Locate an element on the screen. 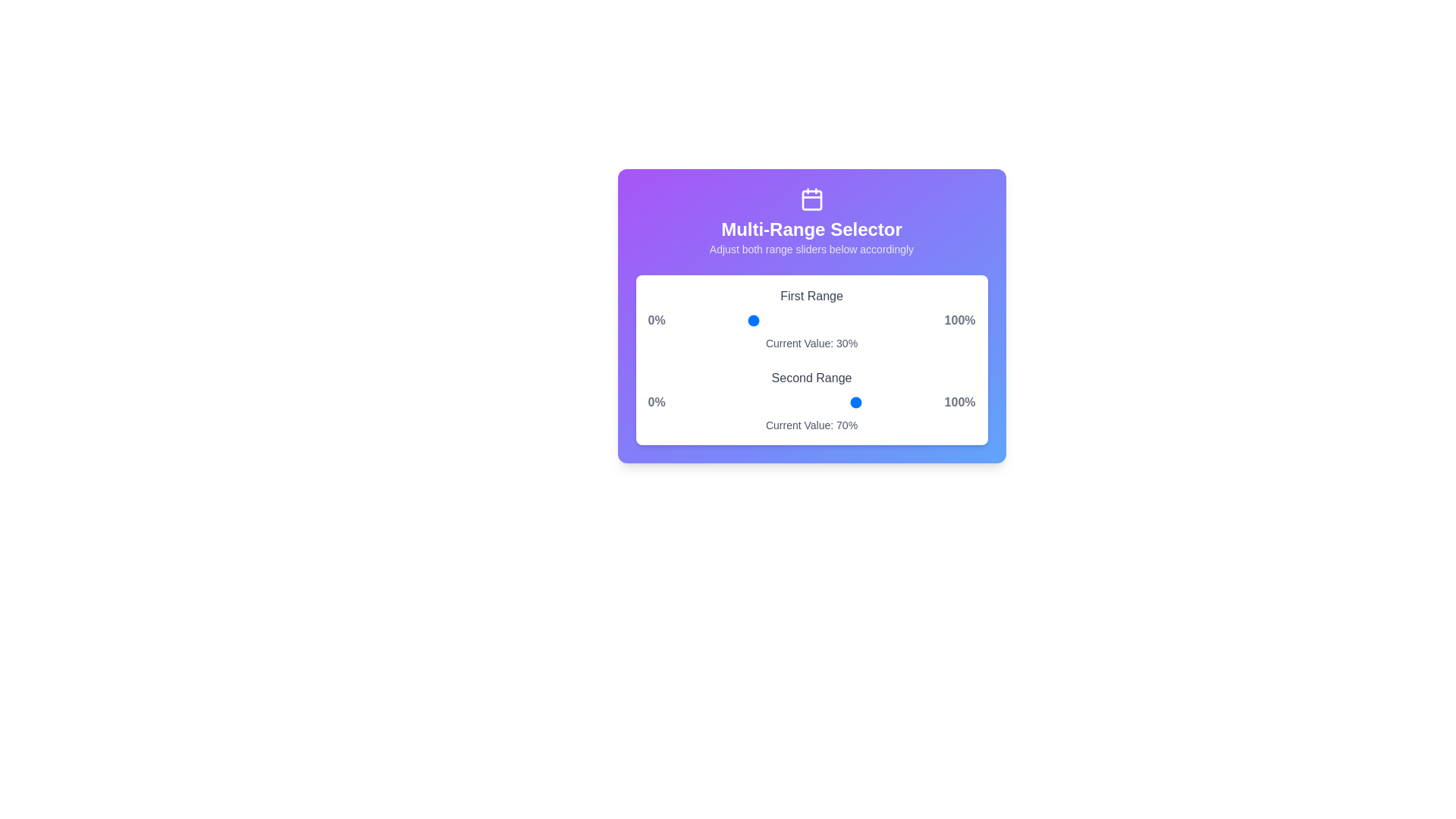 The width and height of the screenshot is (1456, 819). the handle of the 'First Range' slider is located at coordinates (811, 318).